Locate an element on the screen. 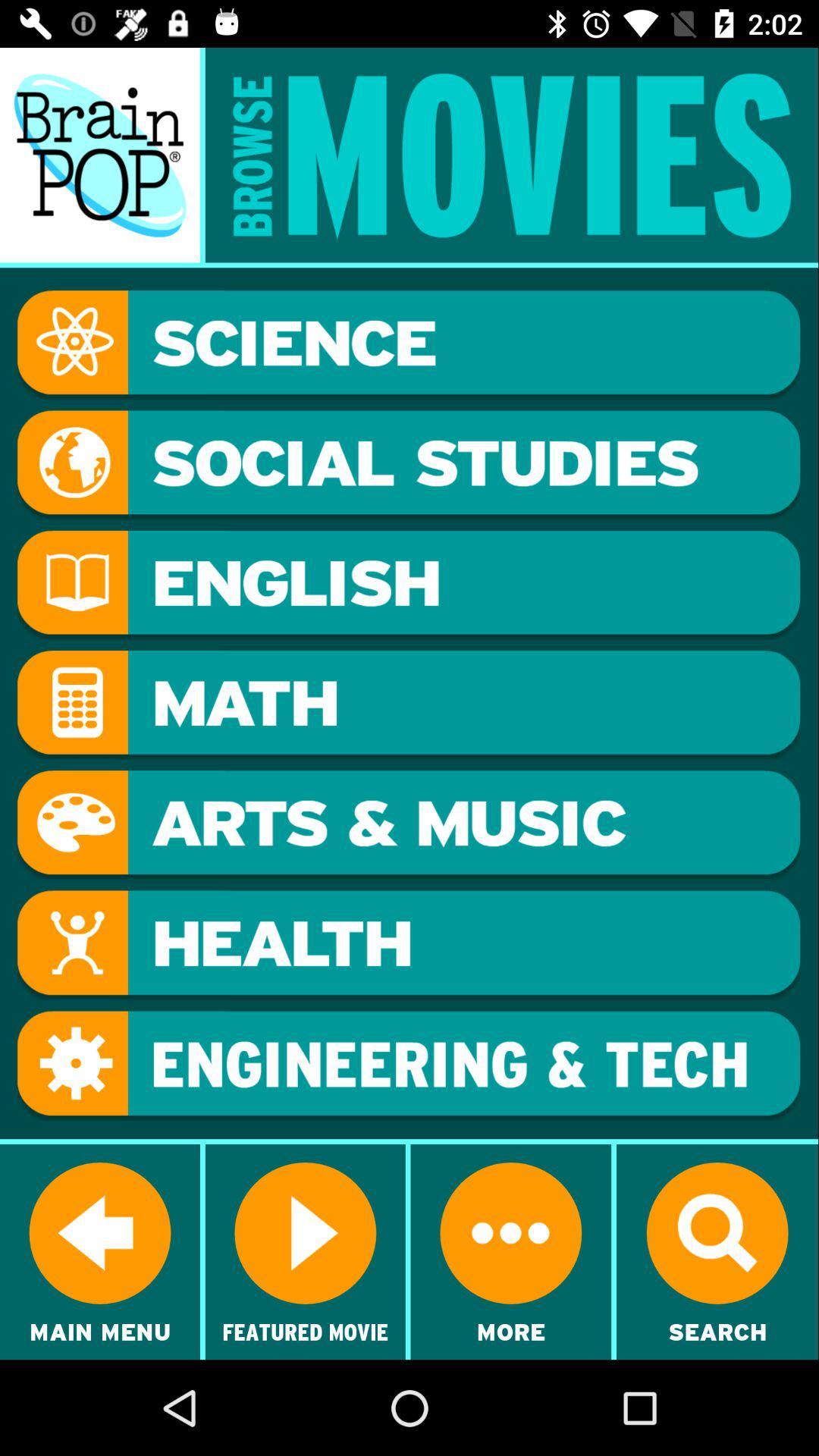 Image resolution: width=819 pixels, height=1456 pixels. math option is located at coordinates (408, 704).